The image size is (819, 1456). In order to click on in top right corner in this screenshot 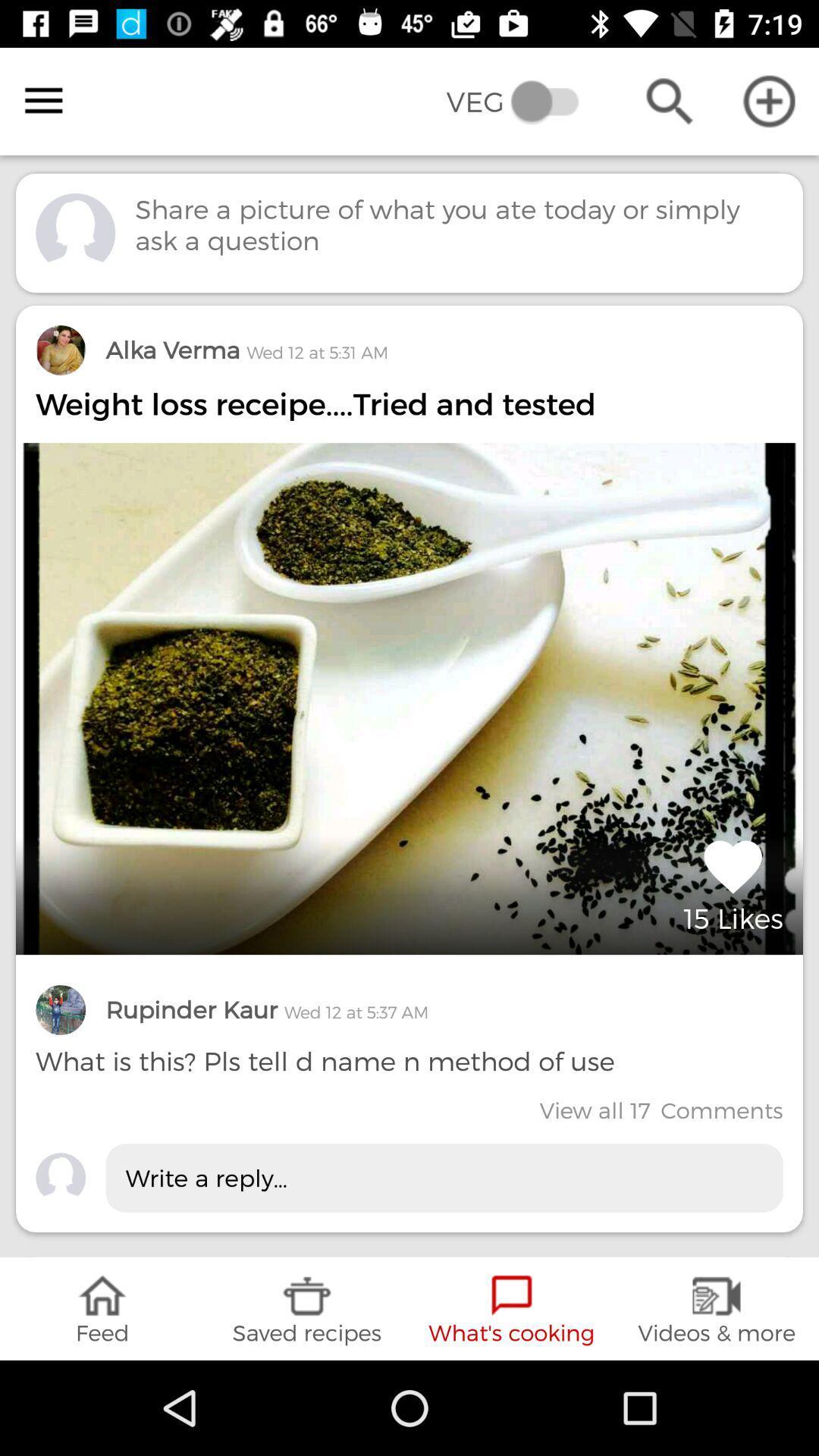, I will do `click(769, 101)`.